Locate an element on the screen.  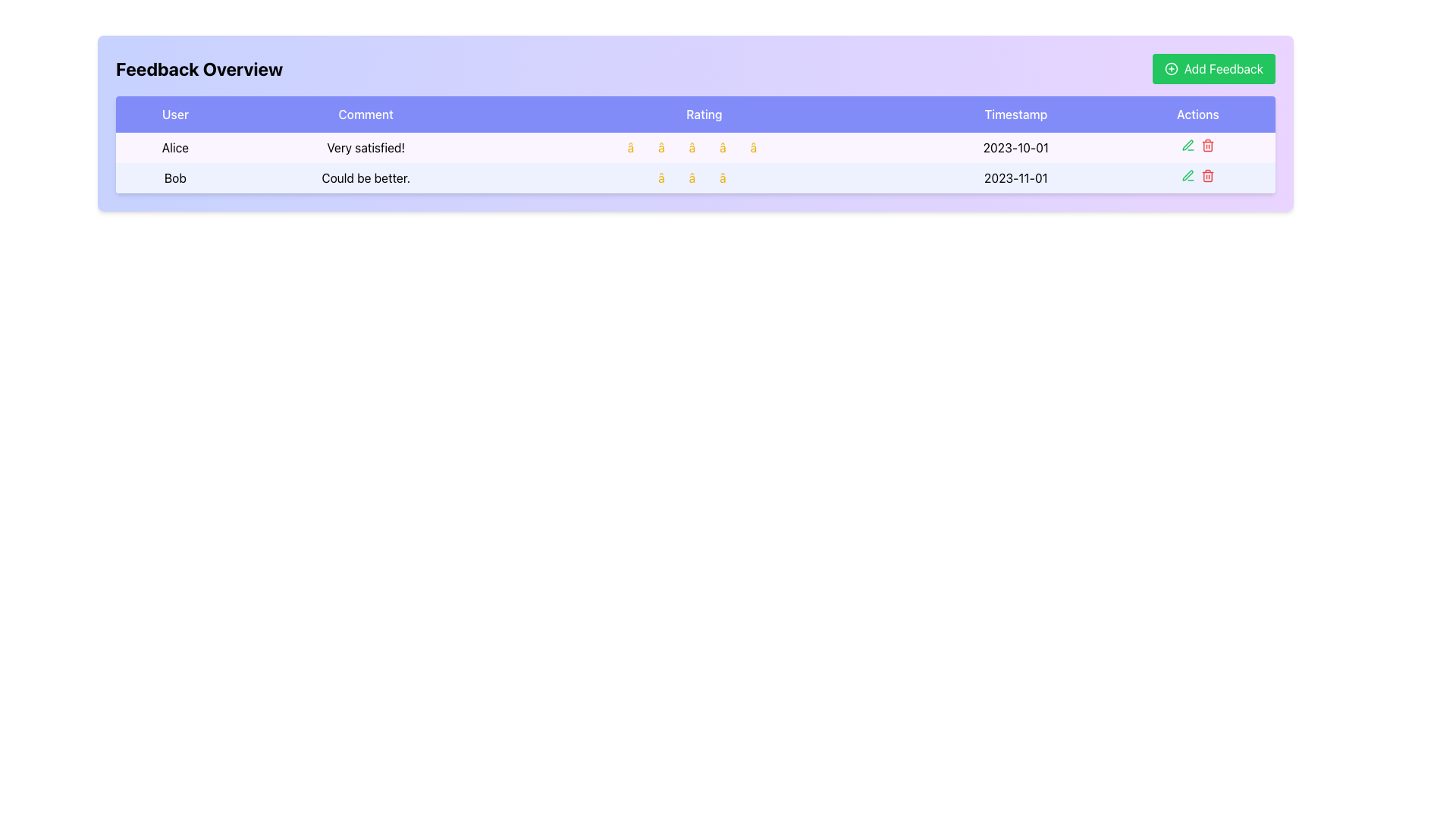
the green 'Add Feedback' button in the top-right corner of the interface that contains the circular icon with a plus sign is located at coordinates (1170, 69).